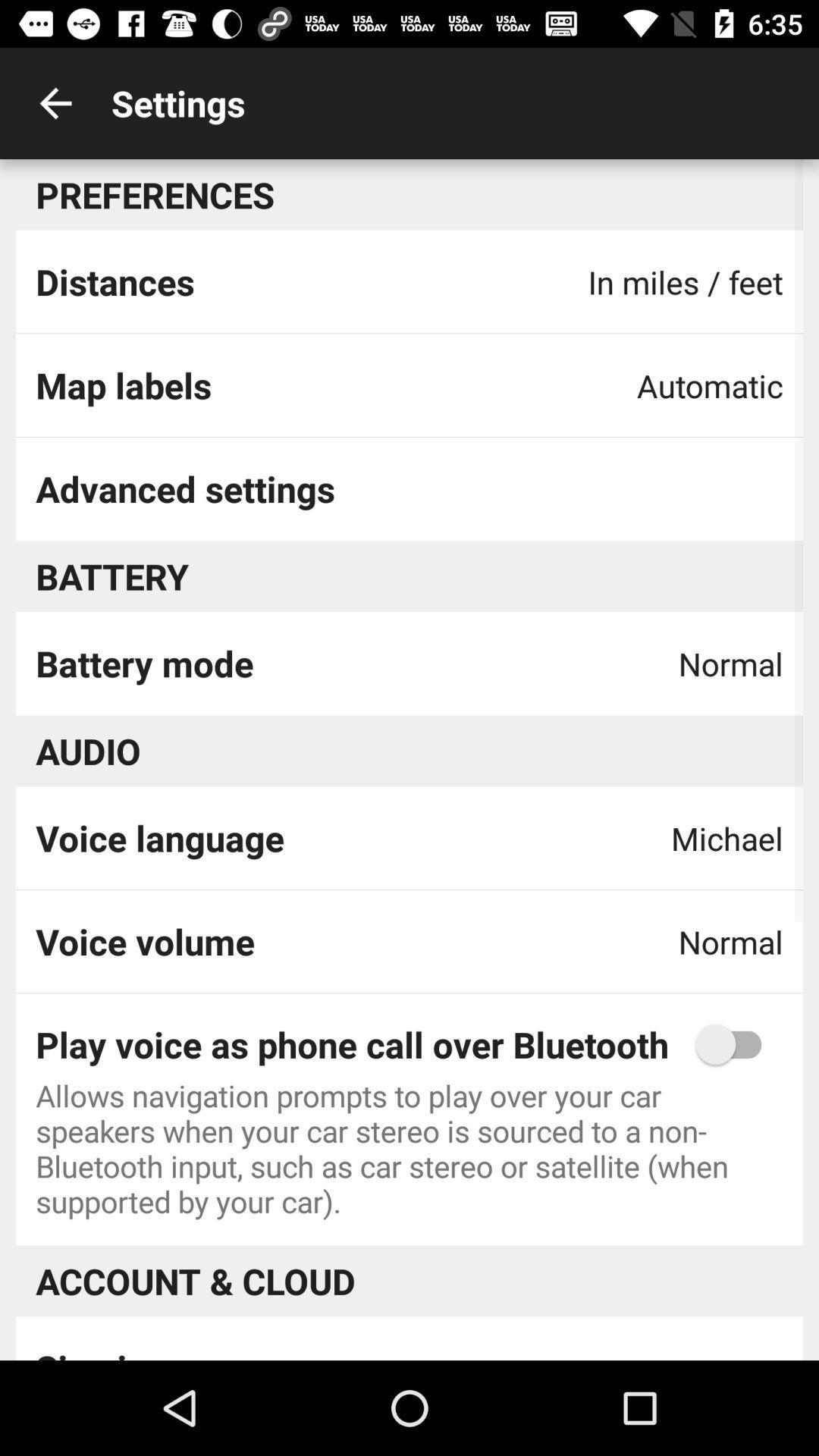  I want to click on the in miles / feet, so click(686, 282).